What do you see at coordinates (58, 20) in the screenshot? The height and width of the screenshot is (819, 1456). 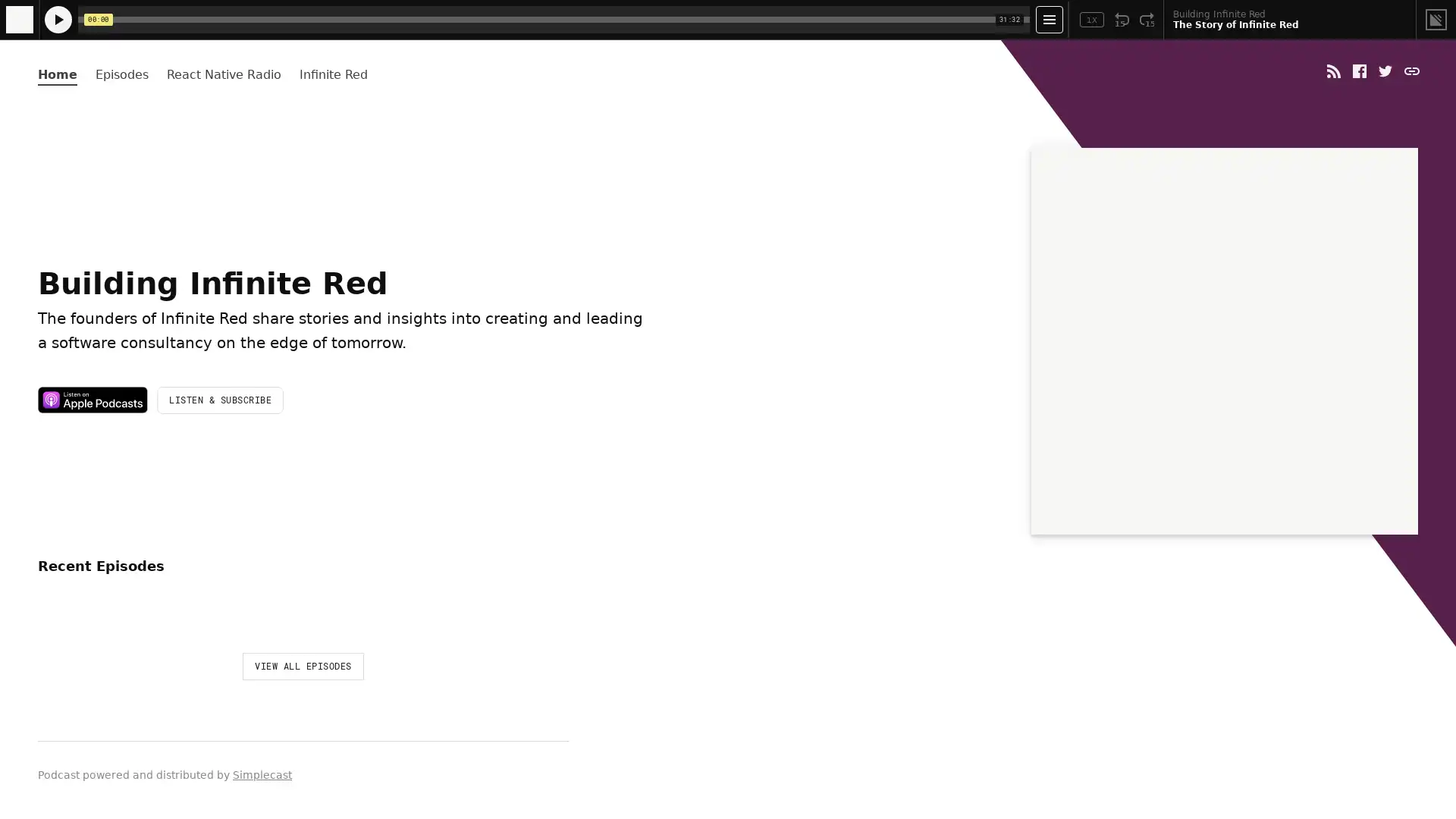 I see `Play` at bounding box center [58, 20].